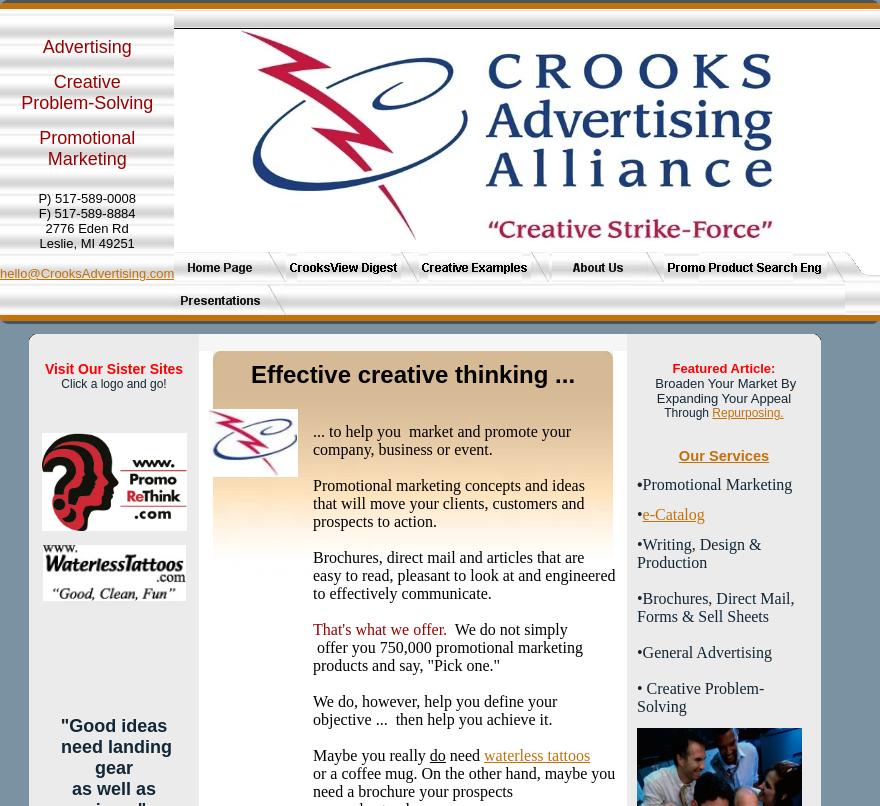 The height and width of the screenshot is (806, 880). Describe the element at coordinates (85, 212) in the screenshot. I see `'F) 517-589-8884'` at that location.